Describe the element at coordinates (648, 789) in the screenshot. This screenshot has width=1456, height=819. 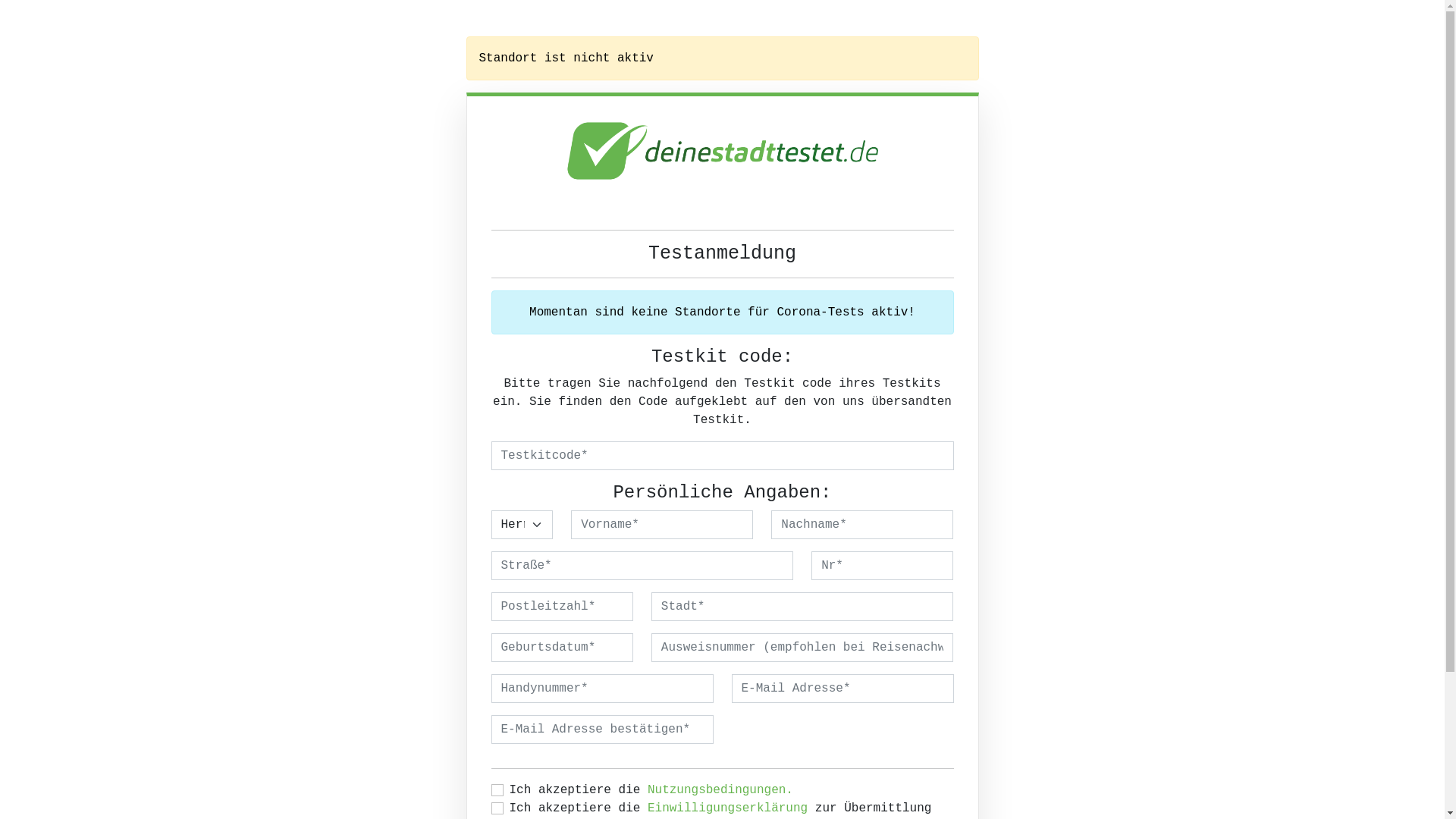
I see `'Nutzungsbedingungen.'` at that location.